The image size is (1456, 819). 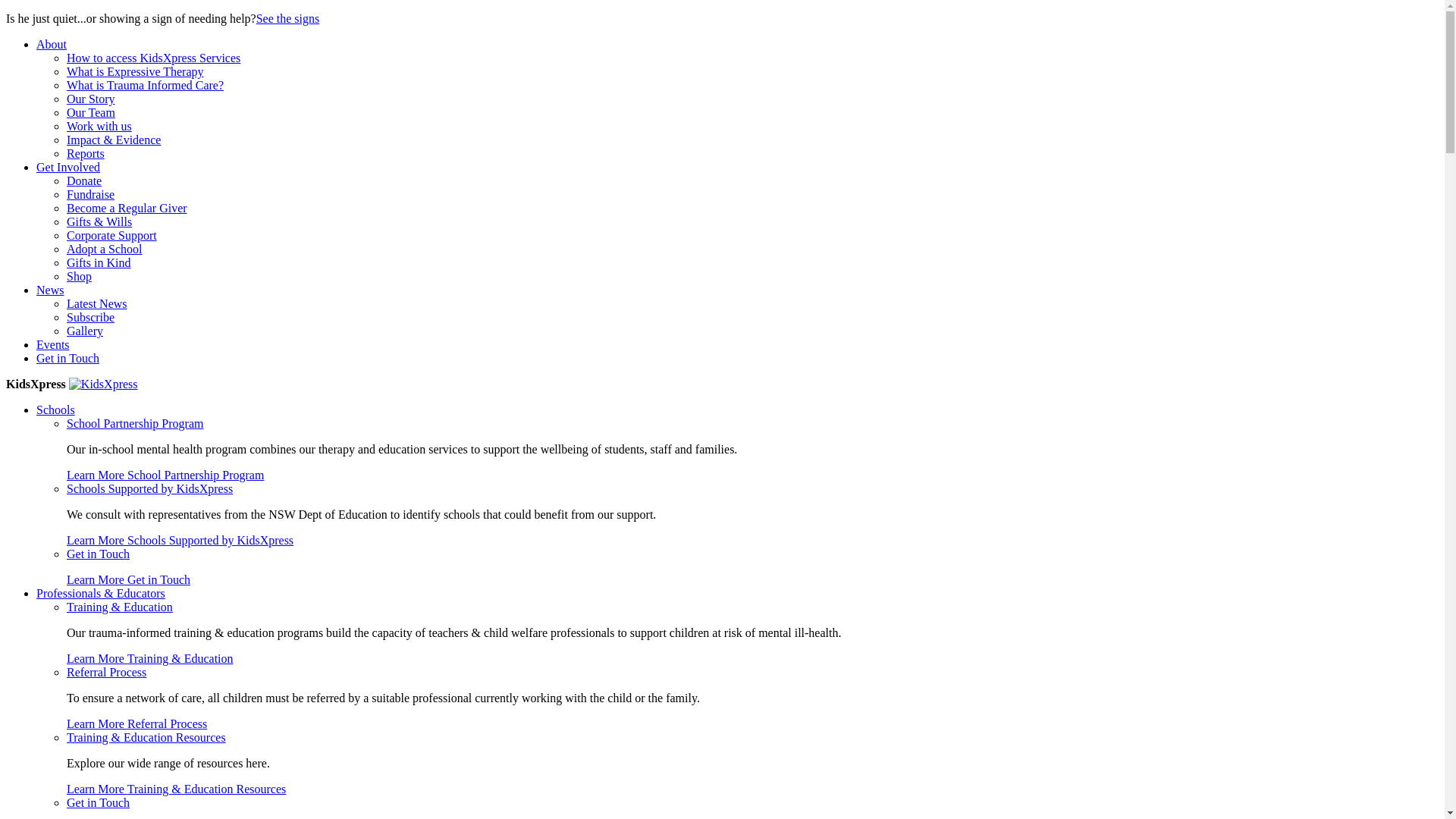 What do you see at coordinates (78, 276) in the screenshot?
I see `'Shop'` at bounding box center [78, 276].